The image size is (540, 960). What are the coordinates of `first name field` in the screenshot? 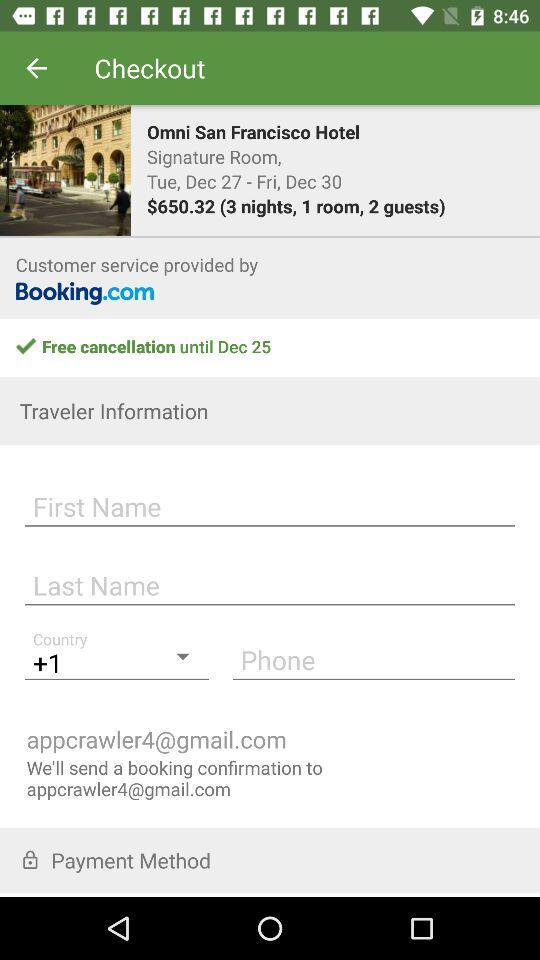 It's located at (270, 503).